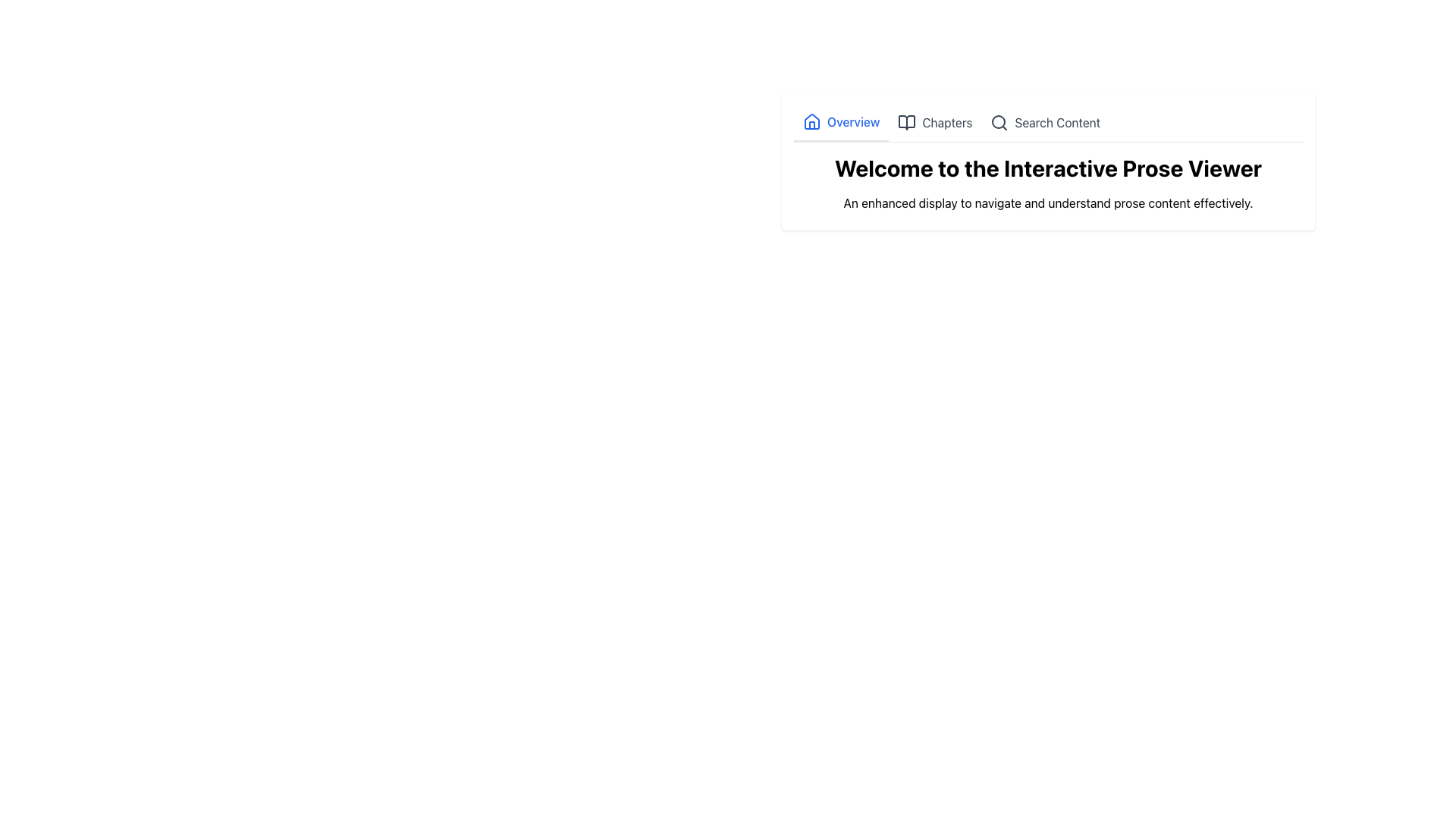 The width and height of the screenshot is (1456, 819). I want to click on the door part of the house-shaped icon located at the top left of the interface near the navigation bar, so click(811, 124).